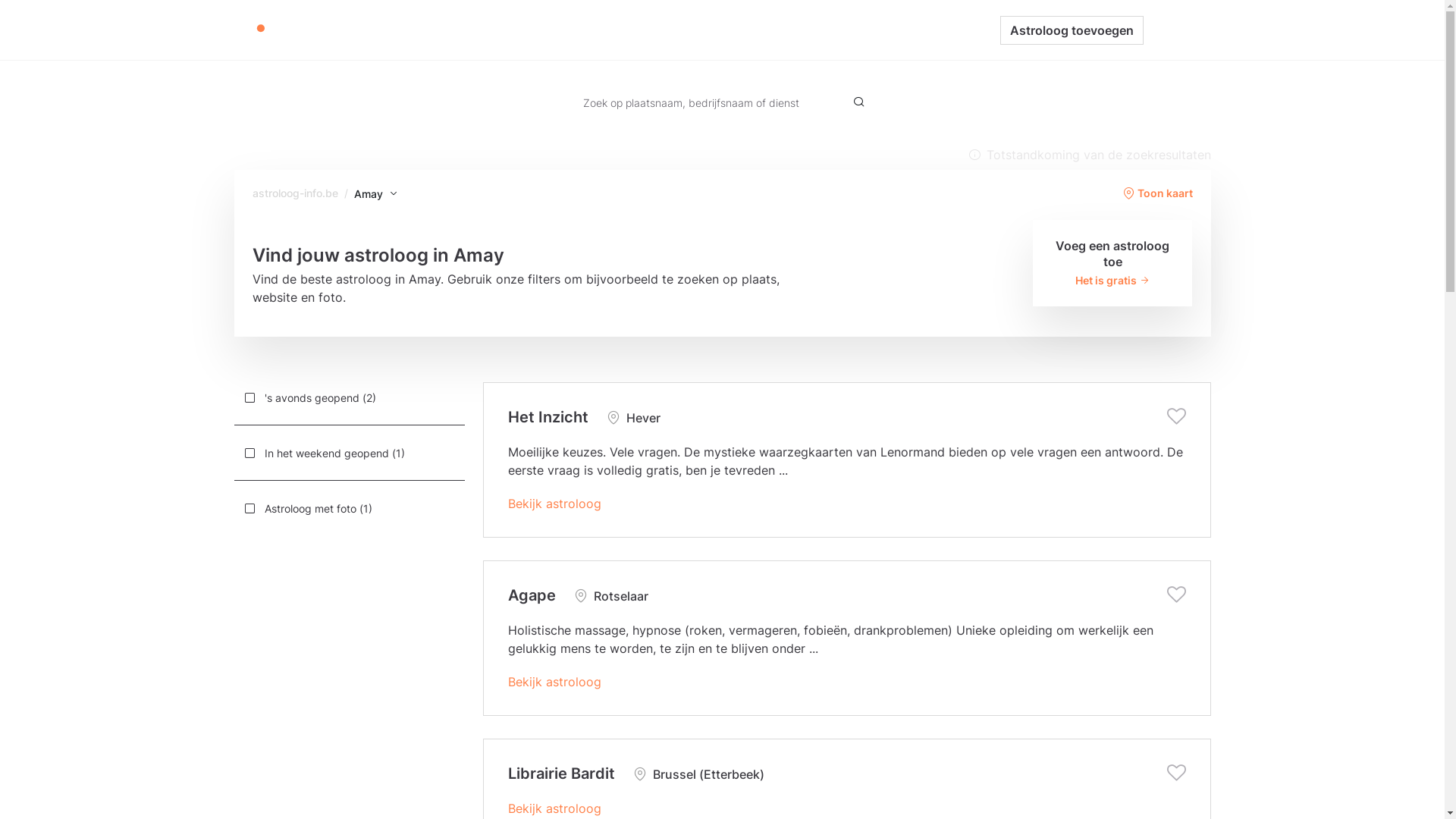 This screenshot has width=1456, height=819. Describe the element at coordinates (1112, 280) in the screenshot. I see `'Het is gratis'` at that location.